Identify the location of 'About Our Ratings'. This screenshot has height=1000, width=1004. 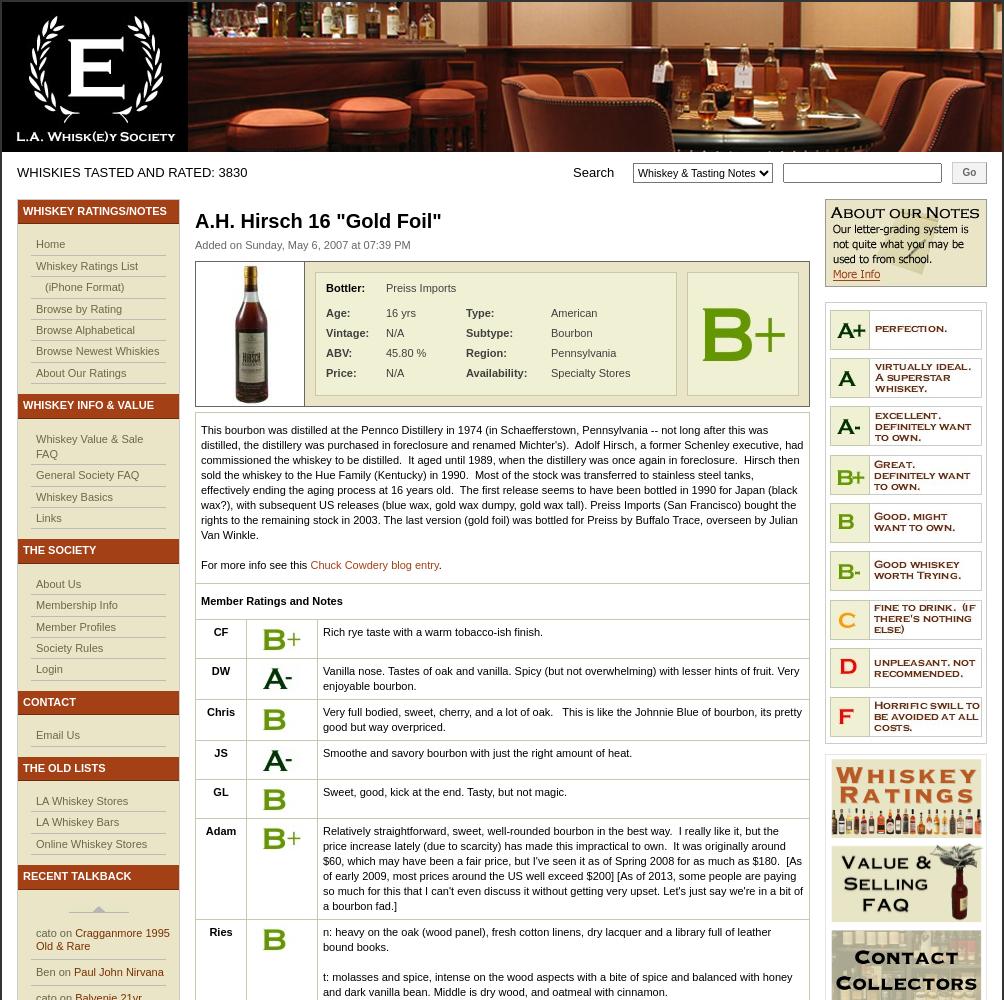
(36, 371).